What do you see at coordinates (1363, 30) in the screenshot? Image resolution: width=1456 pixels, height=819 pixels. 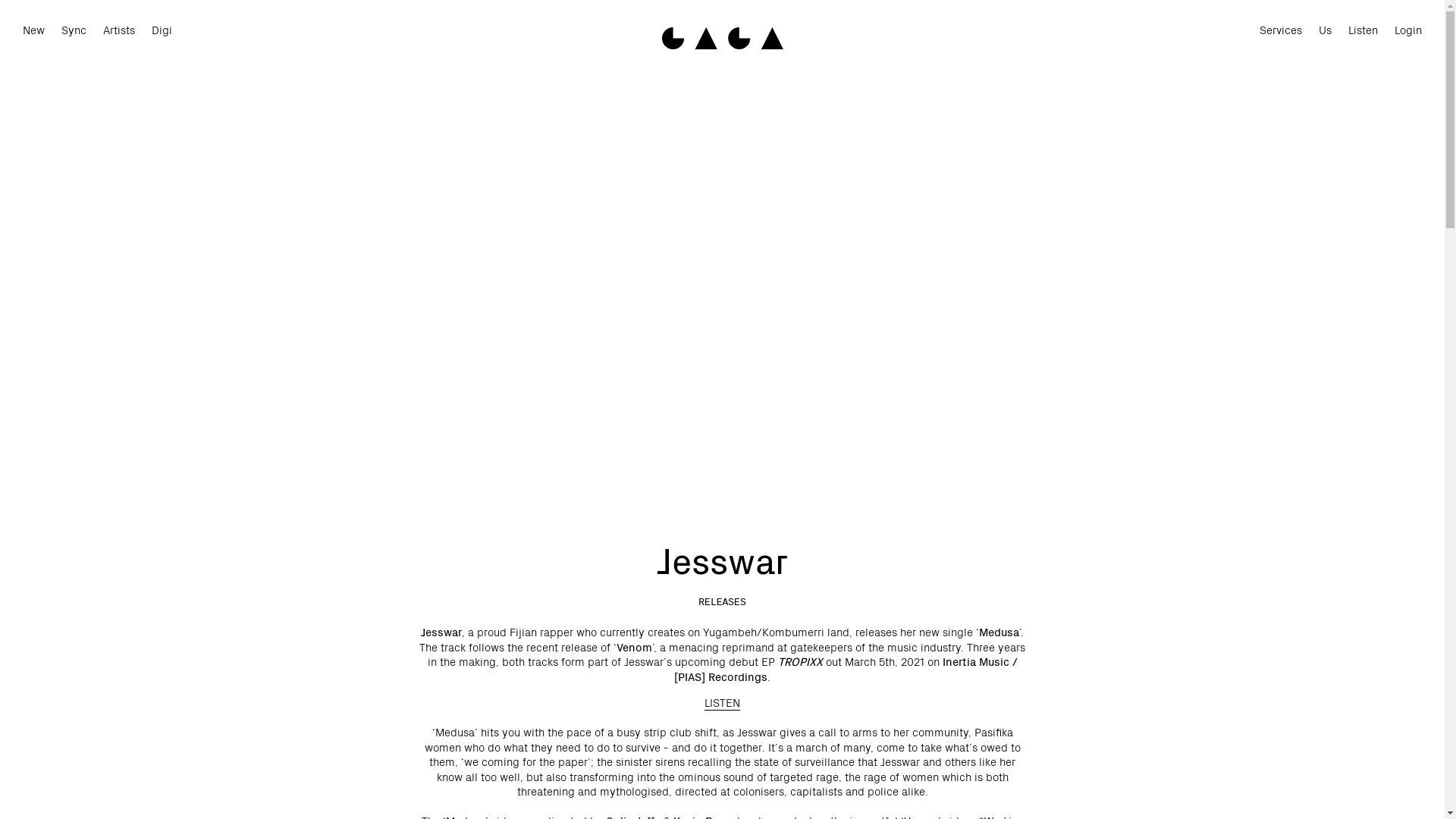 I see `'Listen'` at bounding box center [1363, 30].